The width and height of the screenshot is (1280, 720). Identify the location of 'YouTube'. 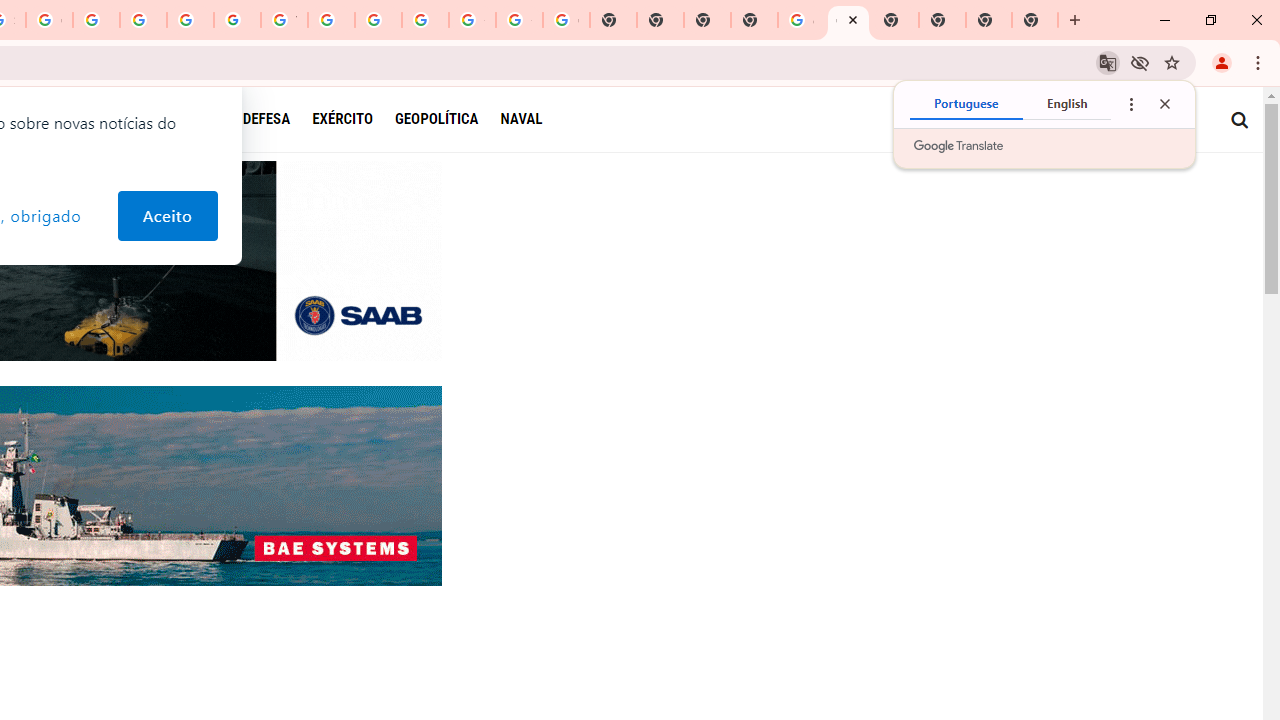
(283, 20).